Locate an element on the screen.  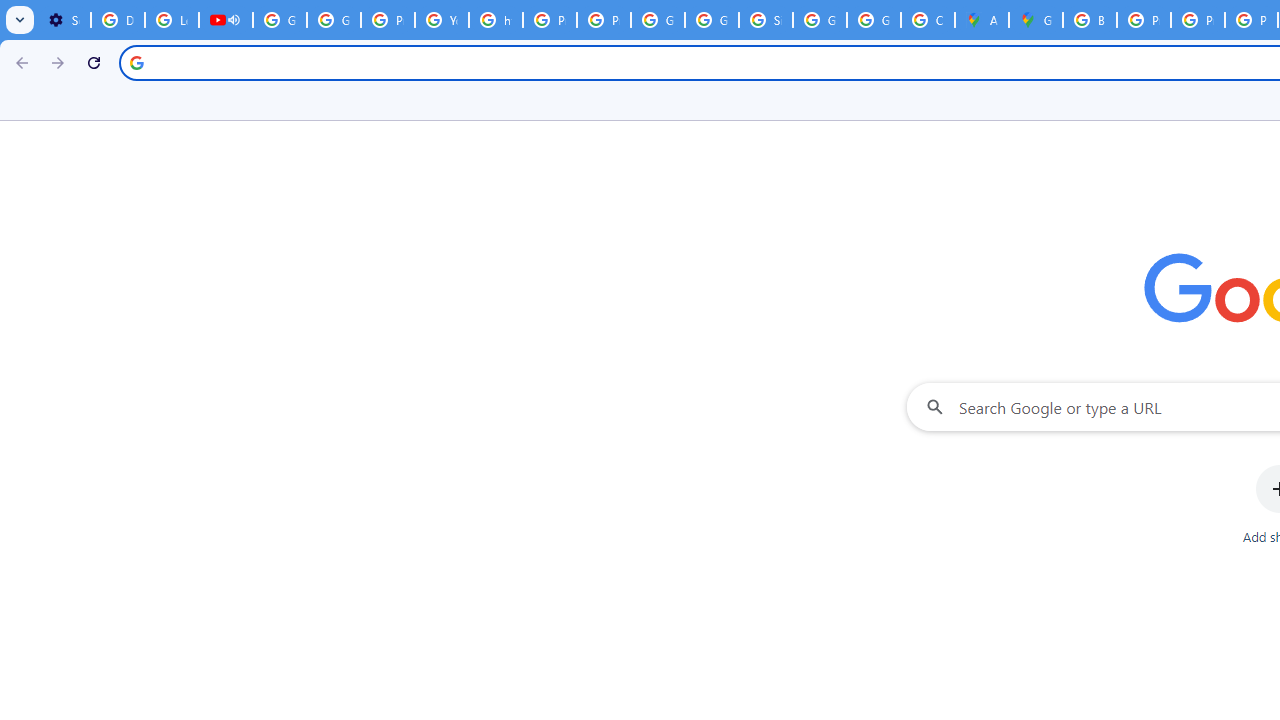
'Privacy Help Center - Policies Help' is located at coordinates (1144, 20).